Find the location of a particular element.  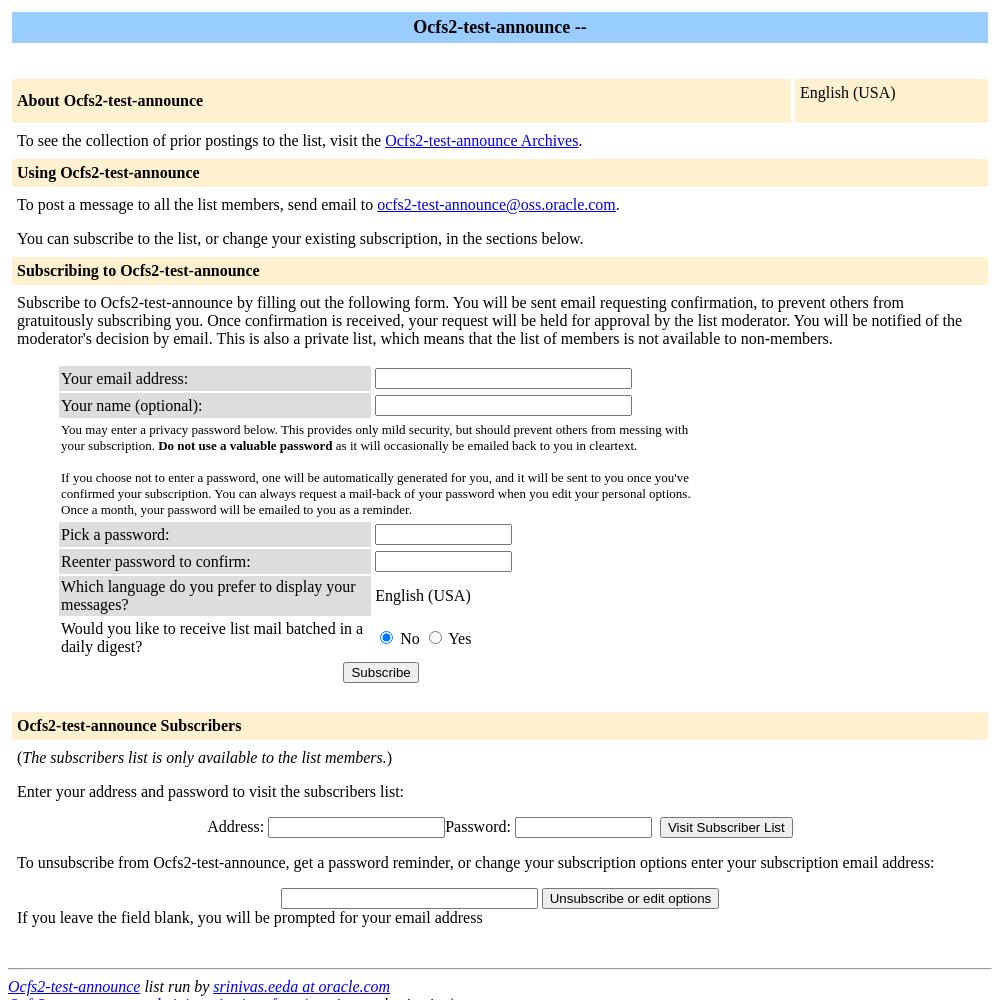

'You can subscribe to the list, or change your existing
	    subscription, in the sections below.' is located at coordinates (17, 237).